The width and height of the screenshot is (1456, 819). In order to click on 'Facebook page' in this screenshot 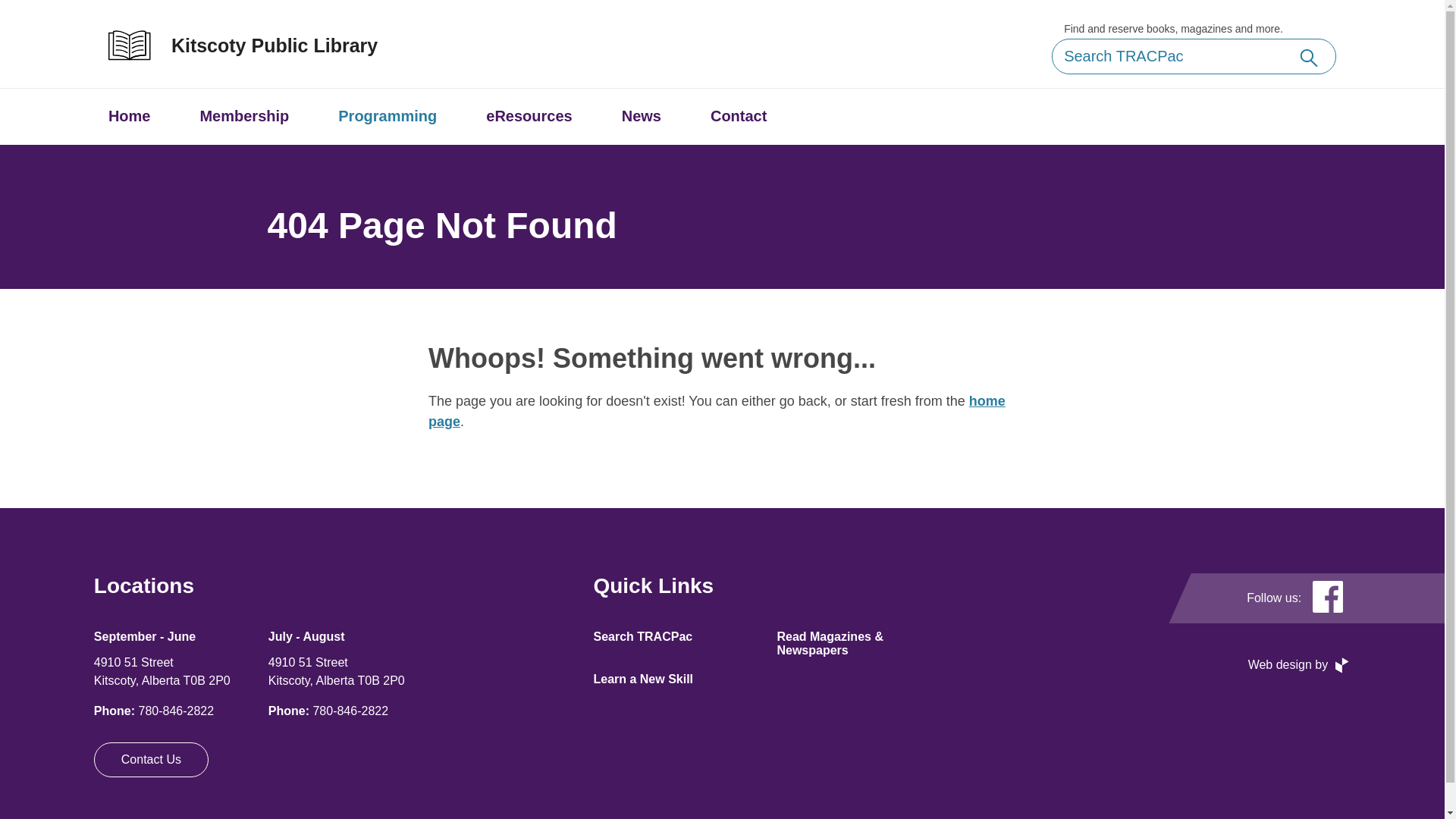, I will do `click(1327, 598)`.